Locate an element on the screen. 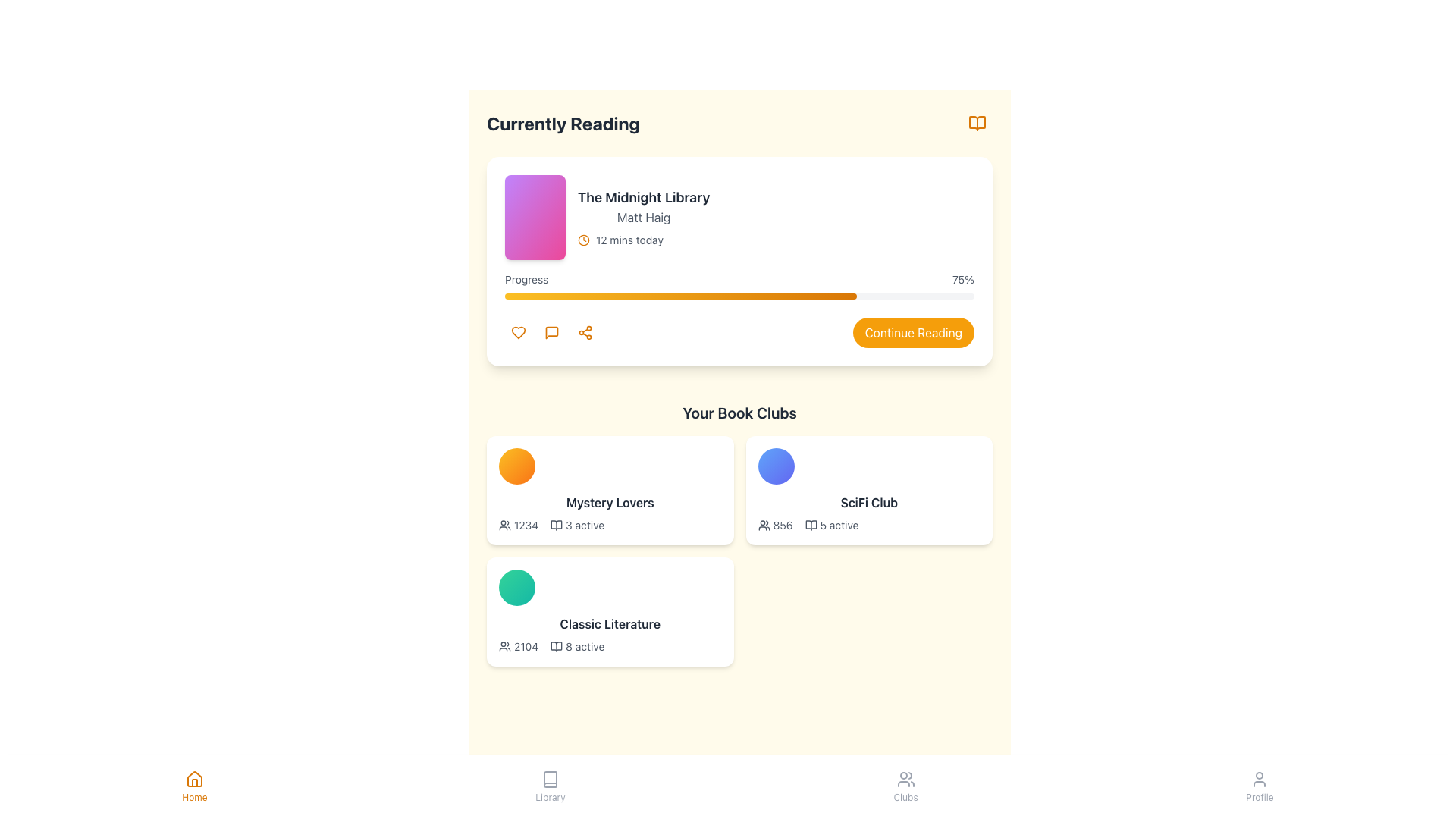 Image resolution: width=1456 pixels, height=819 pixels. the 'Currently Reading' text header element, which is styled in bold with dark gray text on a light background and is located at the top-left corner of its section is located at coordinates (563, 122).